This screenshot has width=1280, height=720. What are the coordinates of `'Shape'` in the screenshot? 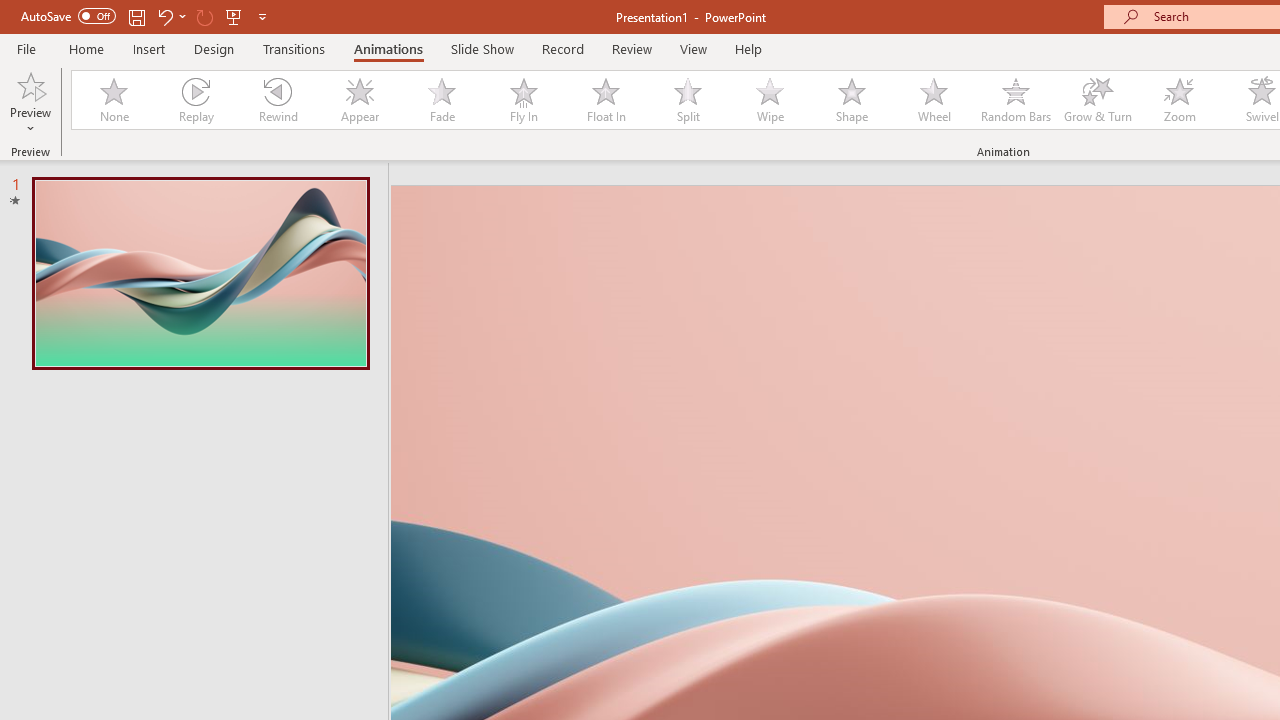 It's located at (852, 100).